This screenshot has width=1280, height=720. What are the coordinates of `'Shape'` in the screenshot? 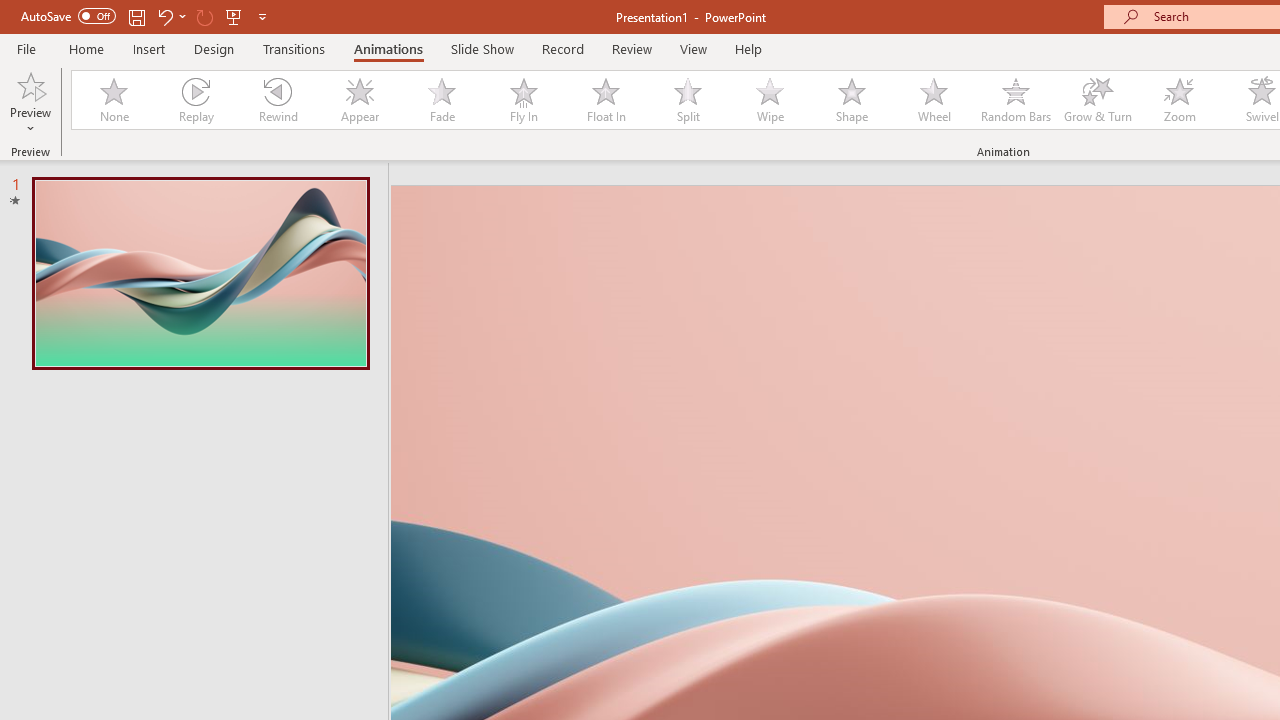 It's located at (852, 100).